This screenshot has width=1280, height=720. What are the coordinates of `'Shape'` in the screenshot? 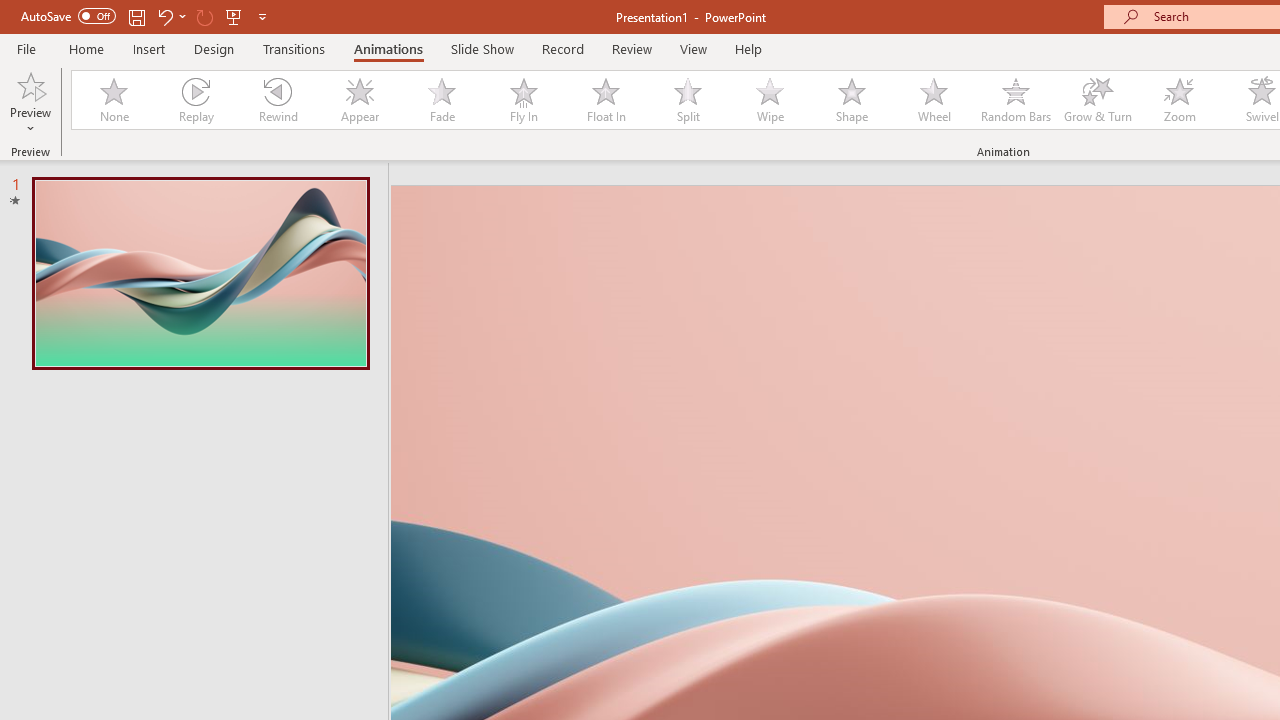 It's located at (852, 100).